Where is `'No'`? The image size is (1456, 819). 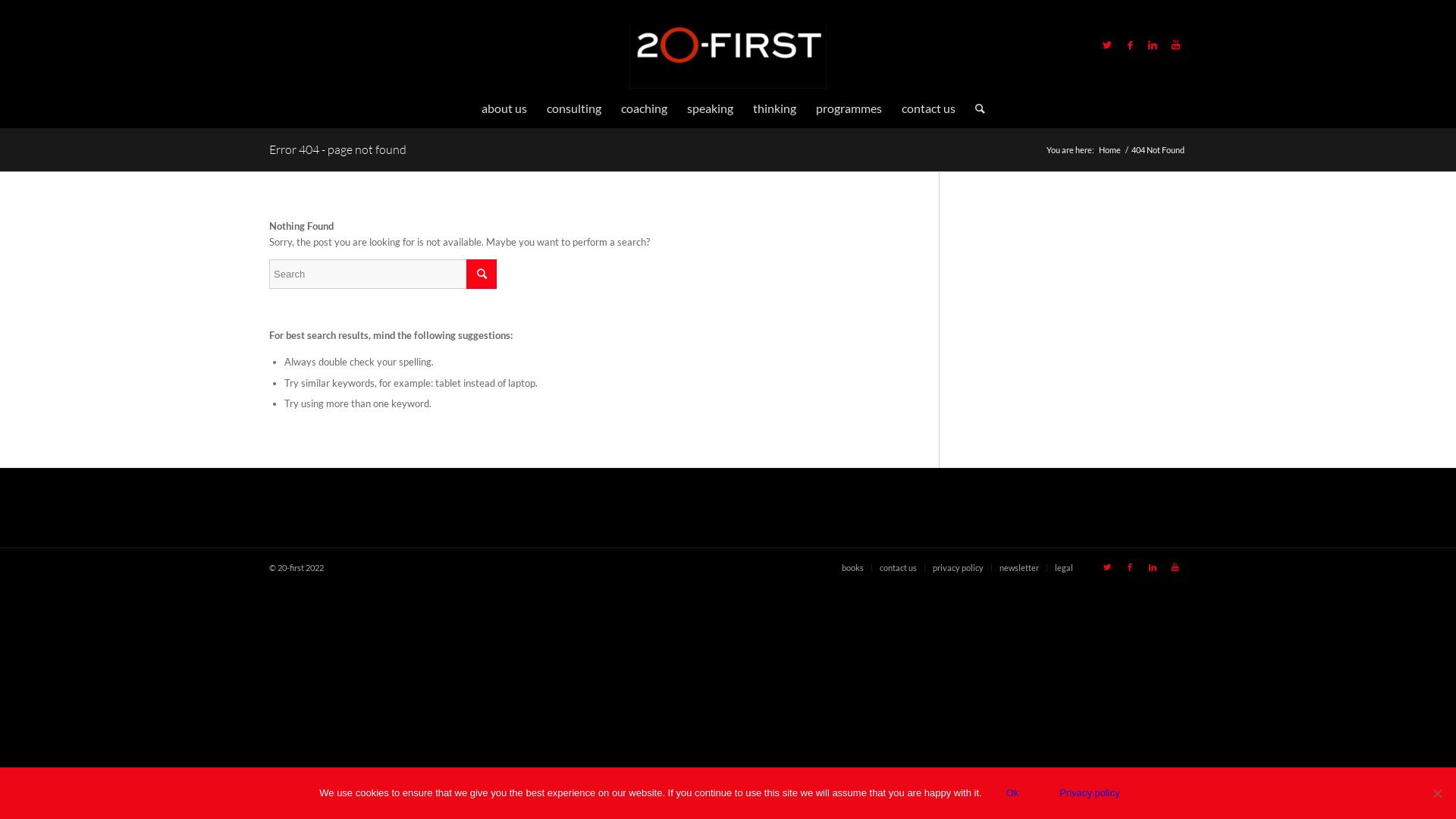
'No' is located at coordinates (1429, 792).